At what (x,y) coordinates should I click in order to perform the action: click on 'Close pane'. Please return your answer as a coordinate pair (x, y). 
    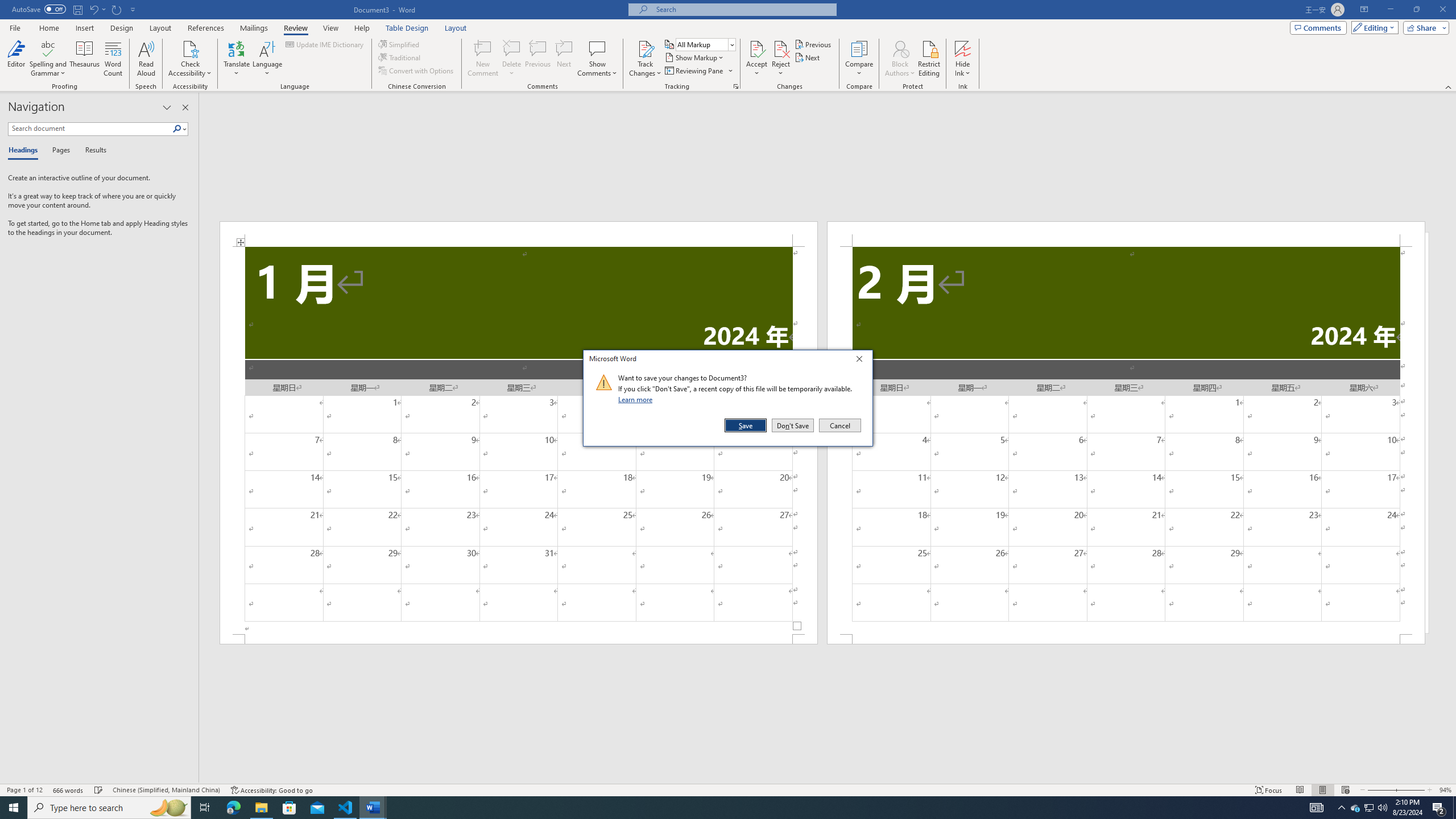
    Looking at the image, I should click on (185, 107).